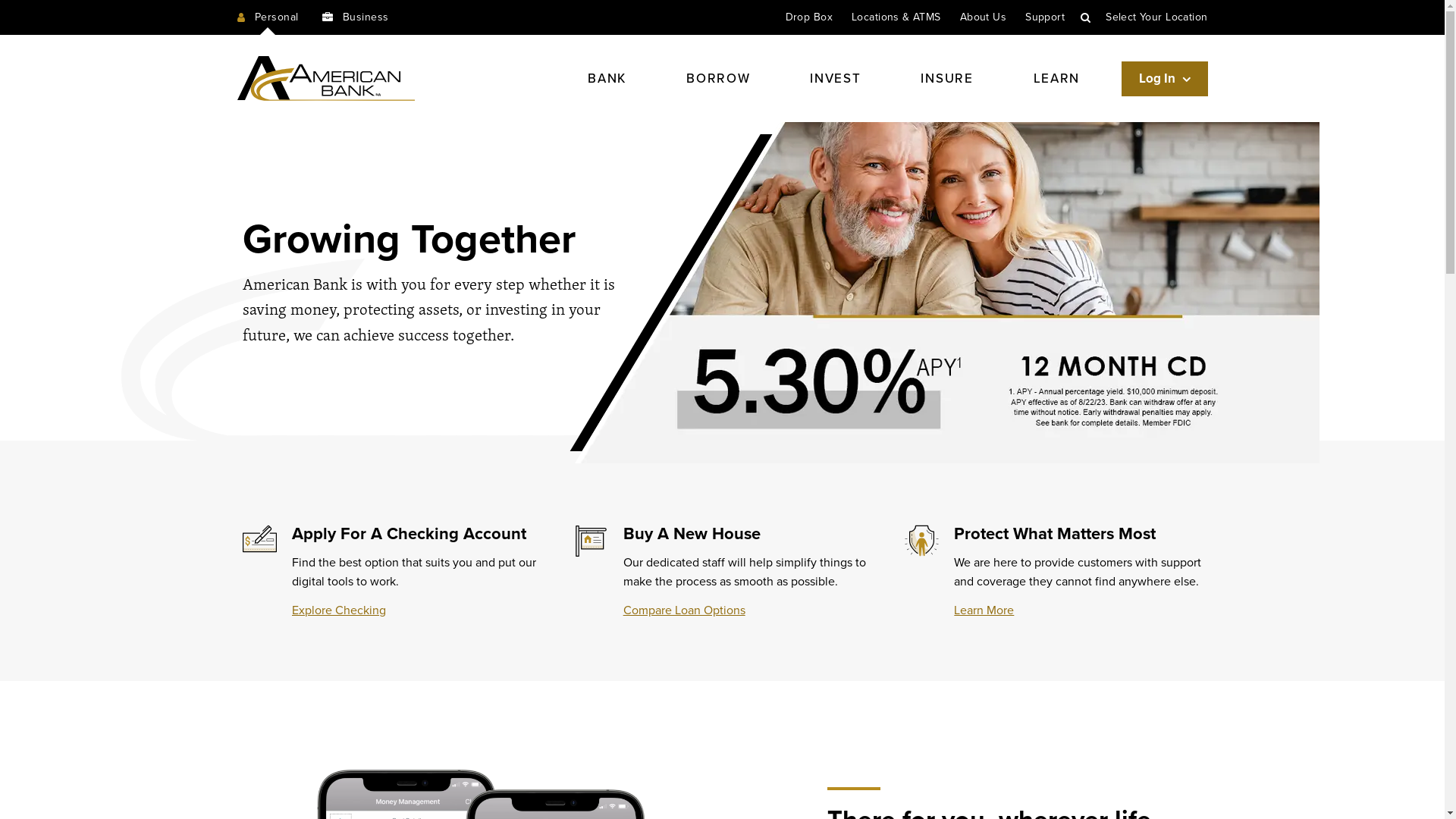 The image size is (1456, 819). Describe the element at coordinates (1164, 79) in the screenshot. I see `'Log In'` at that location.